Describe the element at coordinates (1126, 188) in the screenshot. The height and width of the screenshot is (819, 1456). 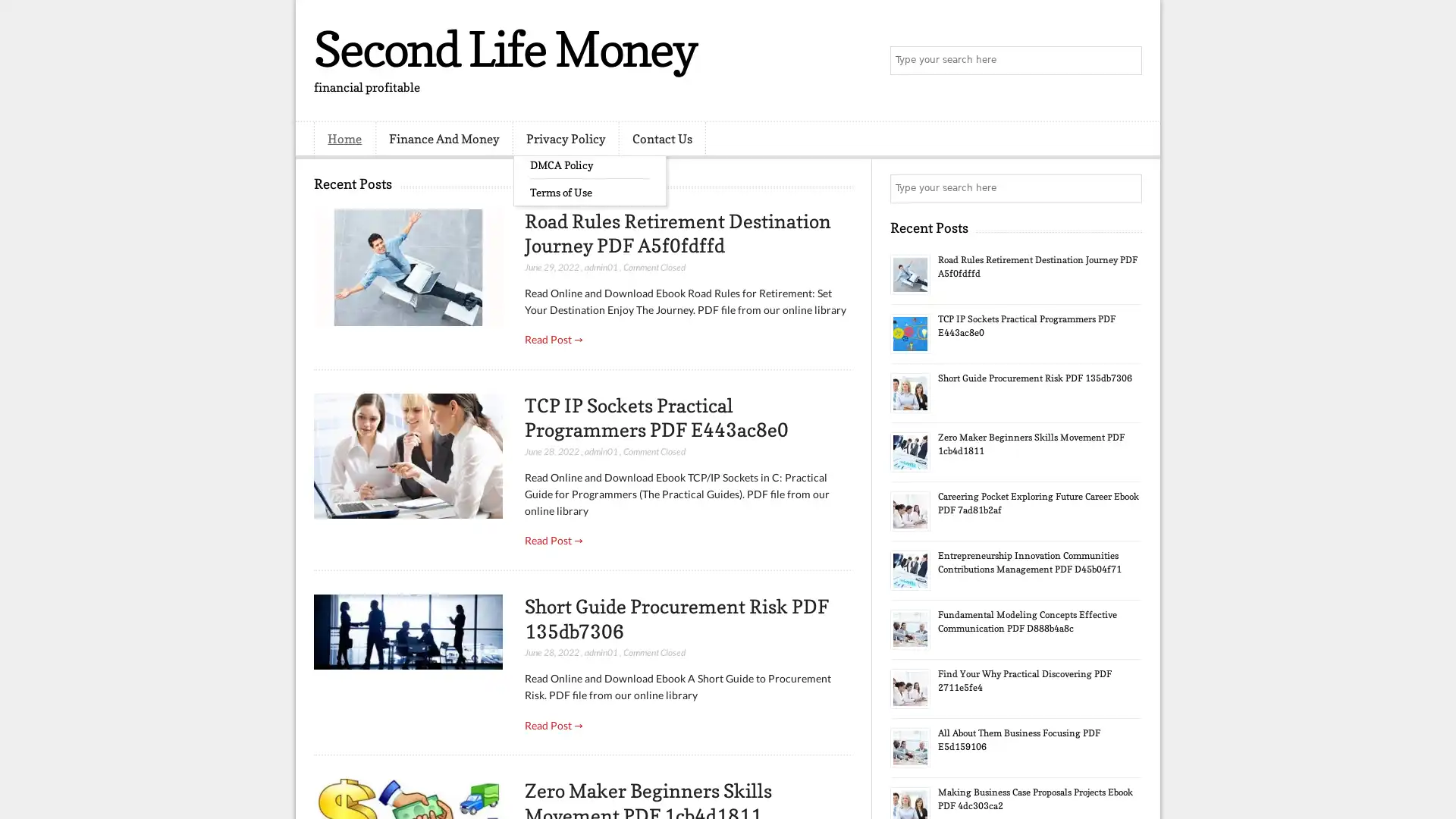
I see `Search` at that location.